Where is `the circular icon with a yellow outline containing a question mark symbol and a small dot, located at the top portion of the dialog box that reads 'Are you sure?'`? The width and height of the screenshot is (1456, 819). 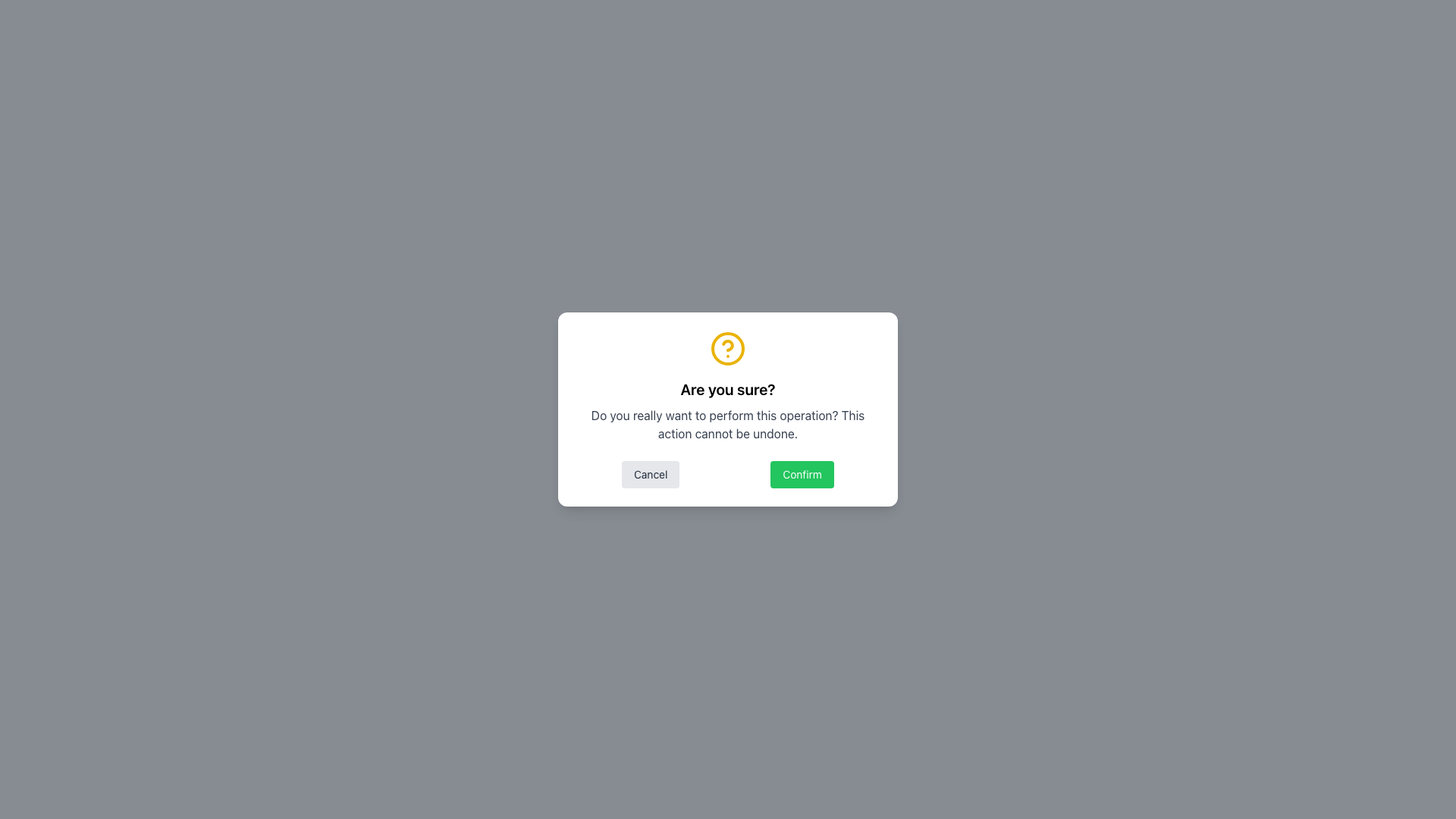 the circular icon with a yellow outline containing a question mark symbol and a small dot, located at the top portion of the dialog box that reads 'Are you sure?' is located at coordinates (728, 348).